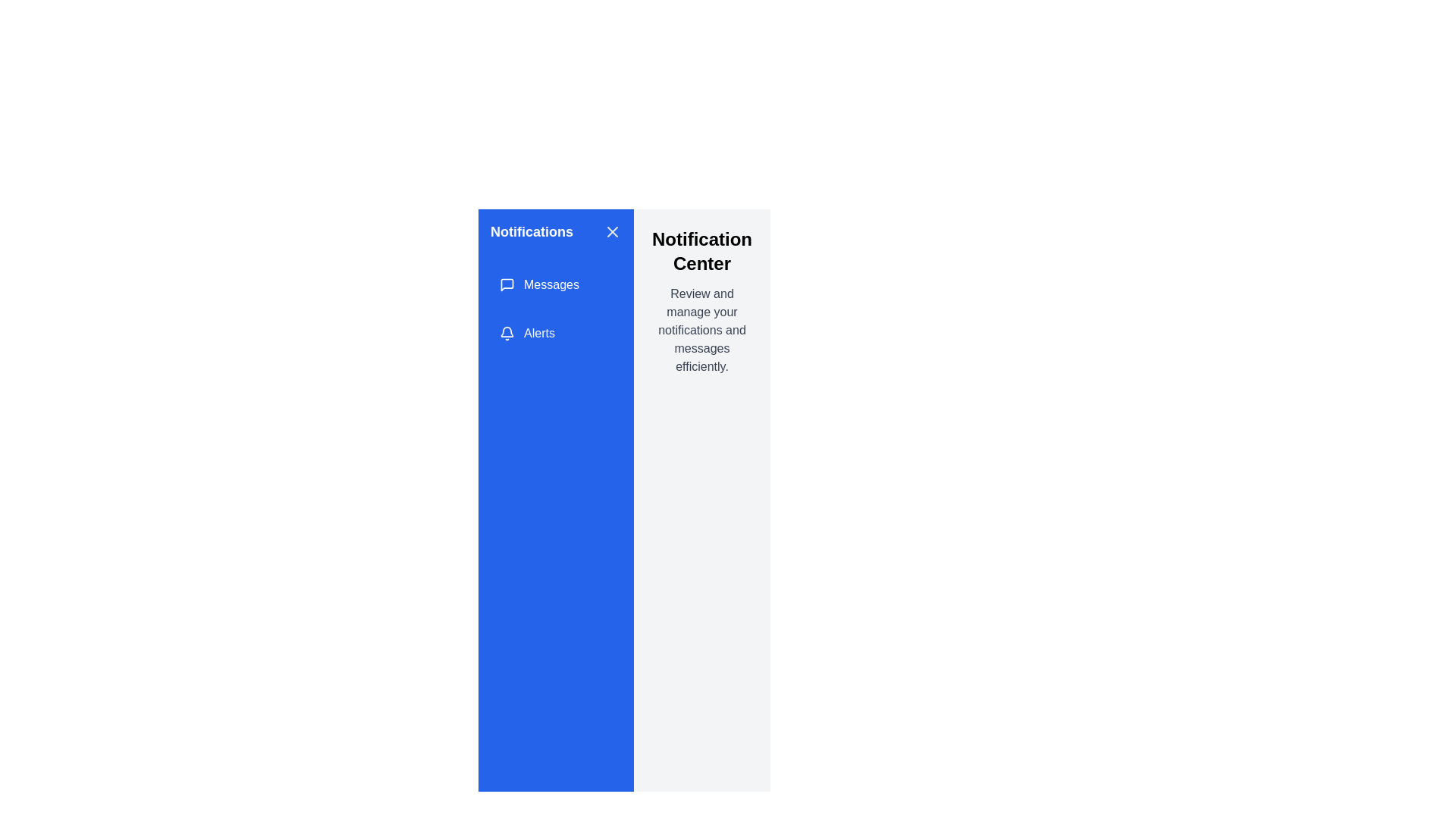 The image size is (1456, 819). What do you see at coordinates (507, 331) in the screenshot?
I see `the alert or notification icon located in the vertical menu on the left side of the application interface, beneath the 'Notifications' header and adjacent to the 'Alerts' label` at bounding box center [507, 331].